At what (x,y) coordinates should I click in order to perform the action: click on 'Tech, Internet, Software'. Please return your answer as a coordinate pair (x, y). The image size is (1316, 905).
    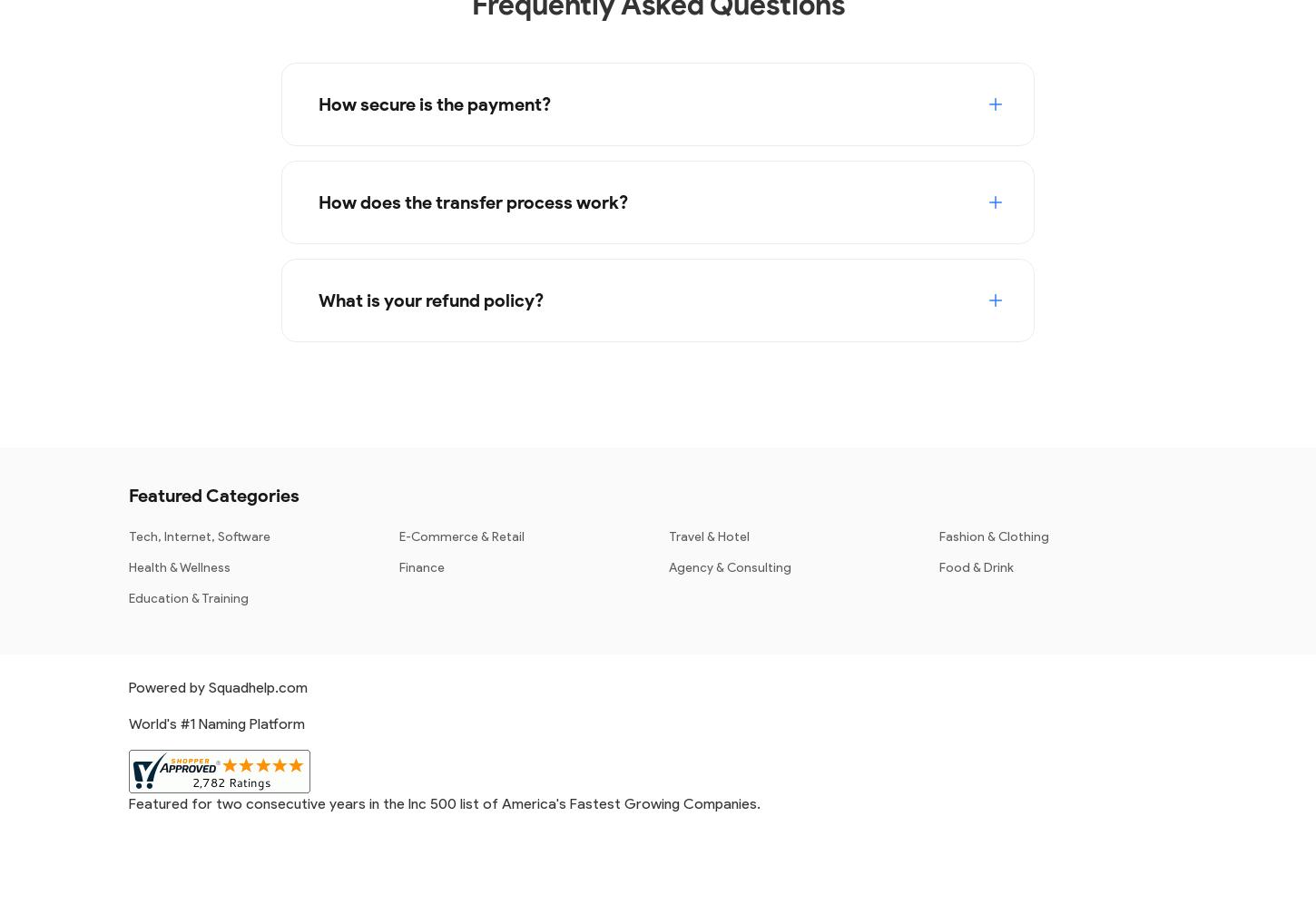
    Looking at the image, I should click on (198, 535).